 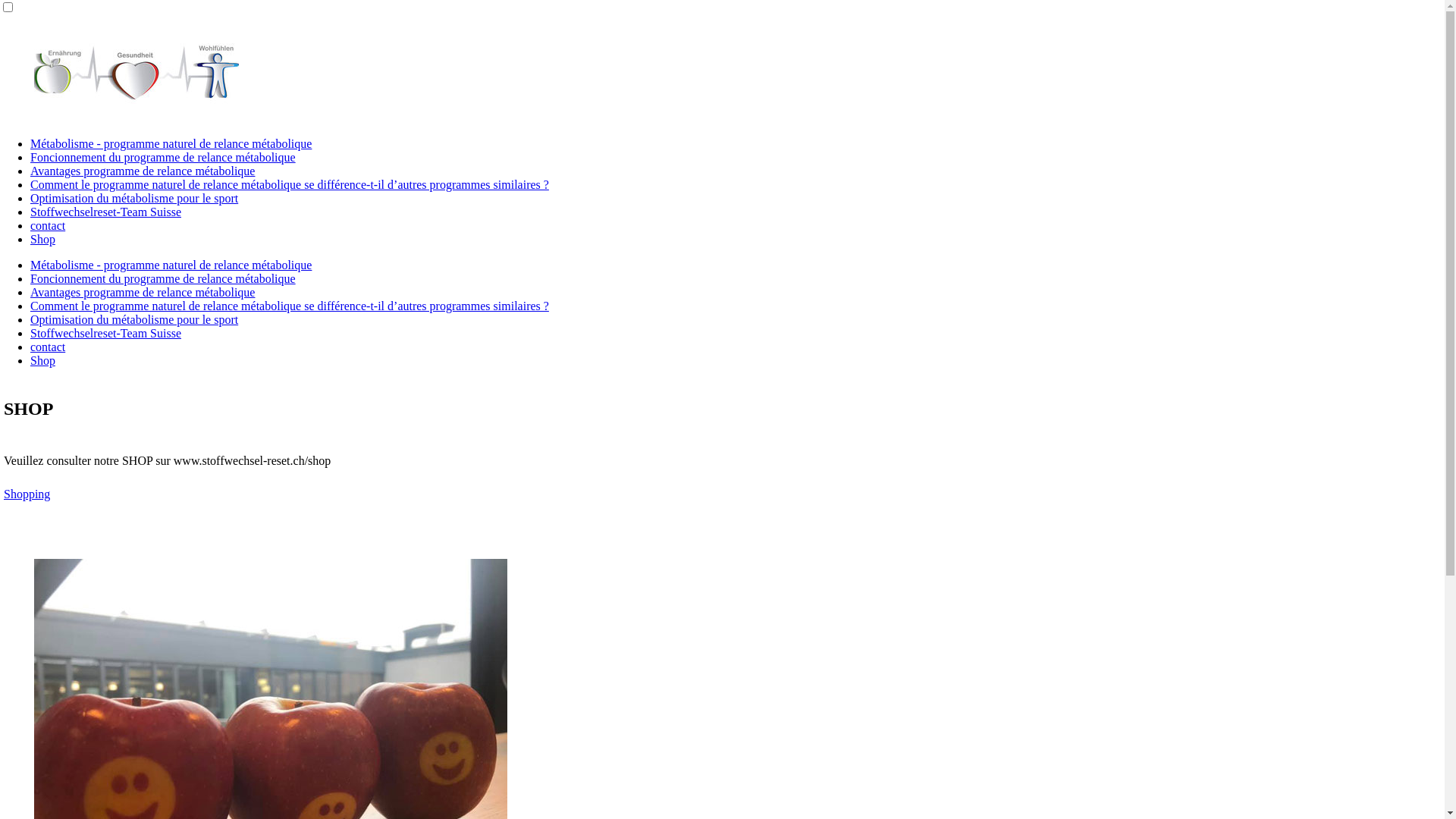 I want to click on 'Stoffwechselreset-Team Suisse', so click(x=105, y=212).